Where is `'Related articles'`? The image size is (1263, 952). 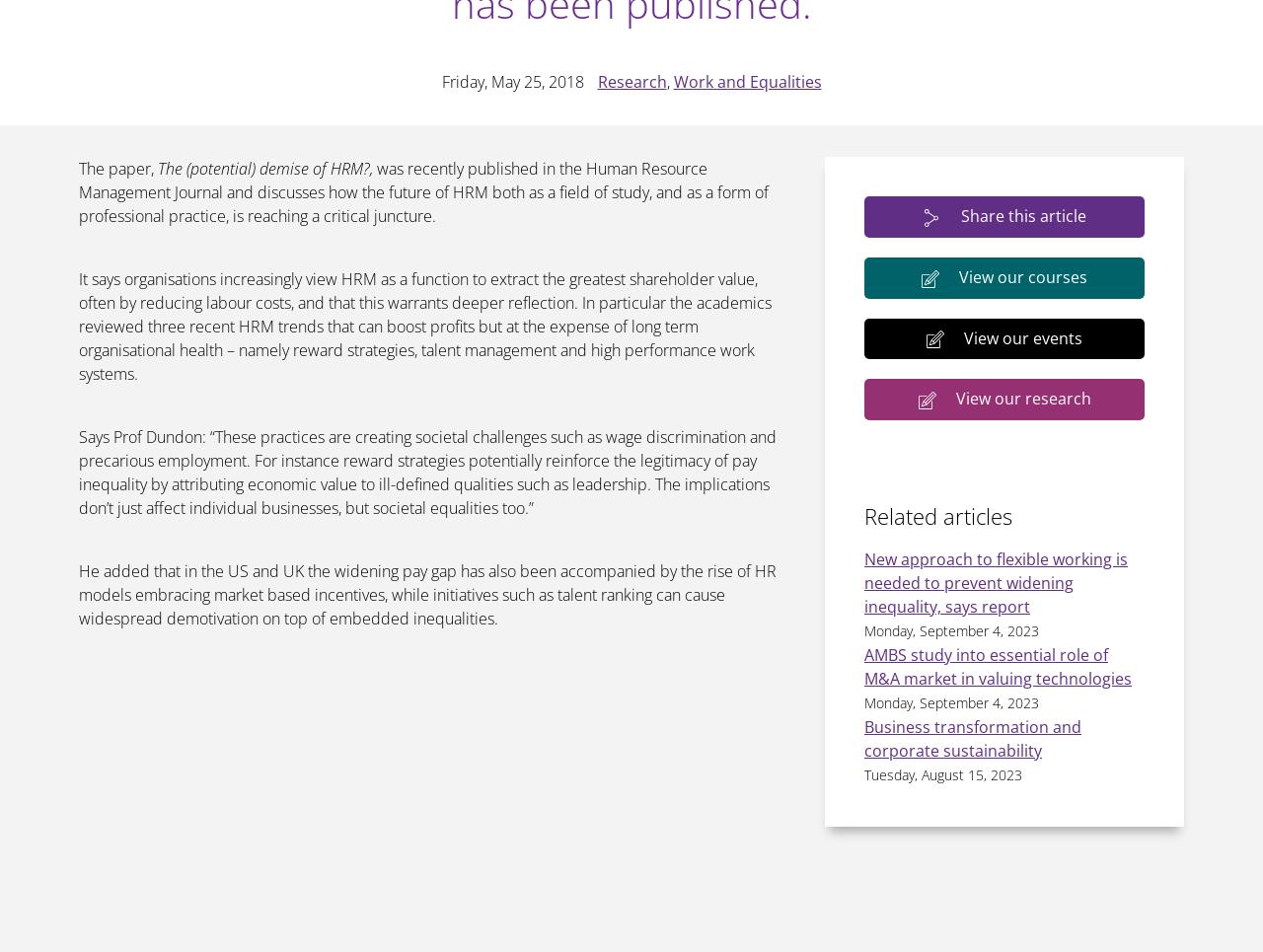
'Related articles' is located at coordinates (937, 513).